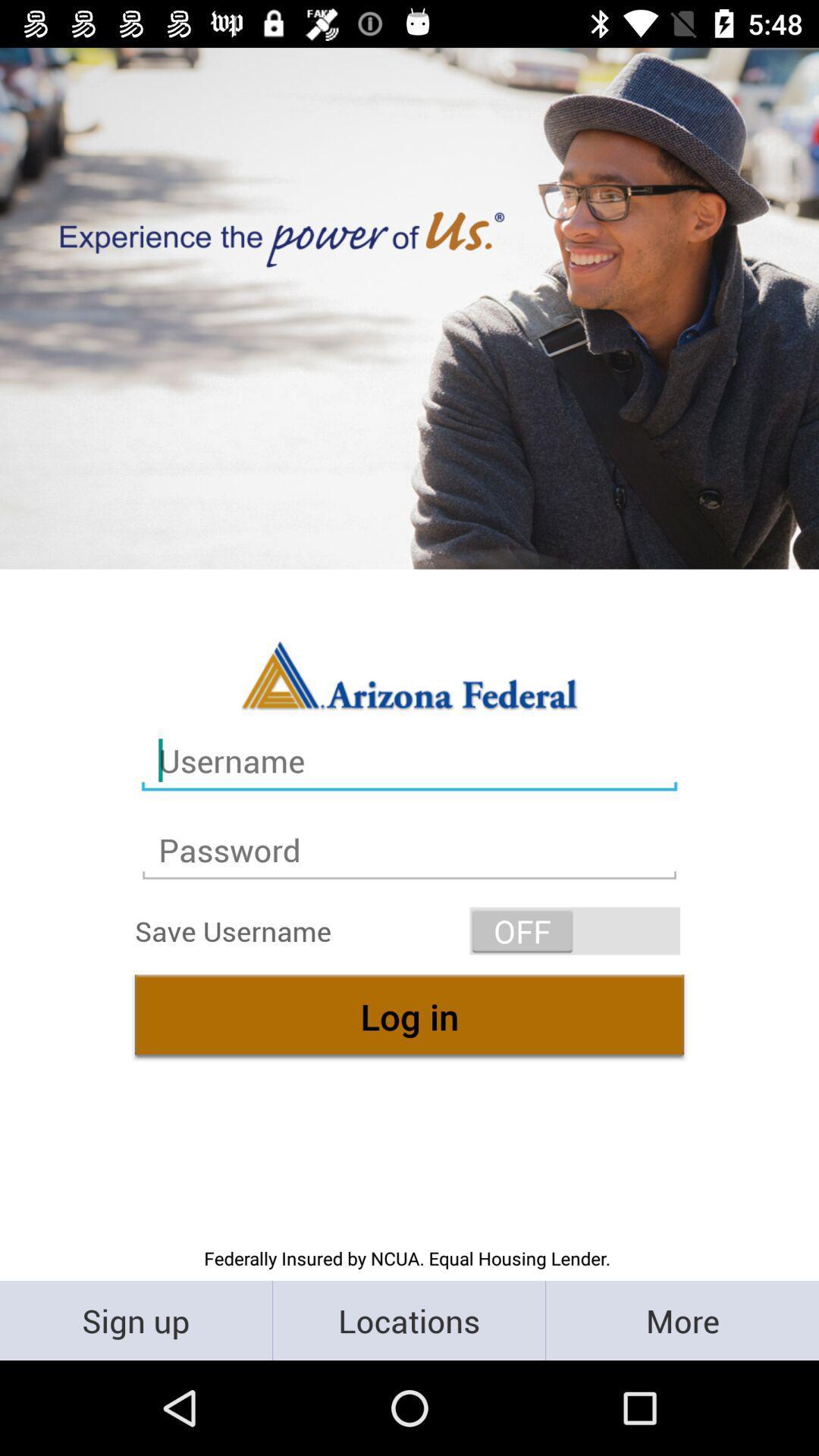 This screenshot has height=1456, width=819. Describe the element at coordinates (409, 673) in the screenshot. I see `arizona fedral` at that location.